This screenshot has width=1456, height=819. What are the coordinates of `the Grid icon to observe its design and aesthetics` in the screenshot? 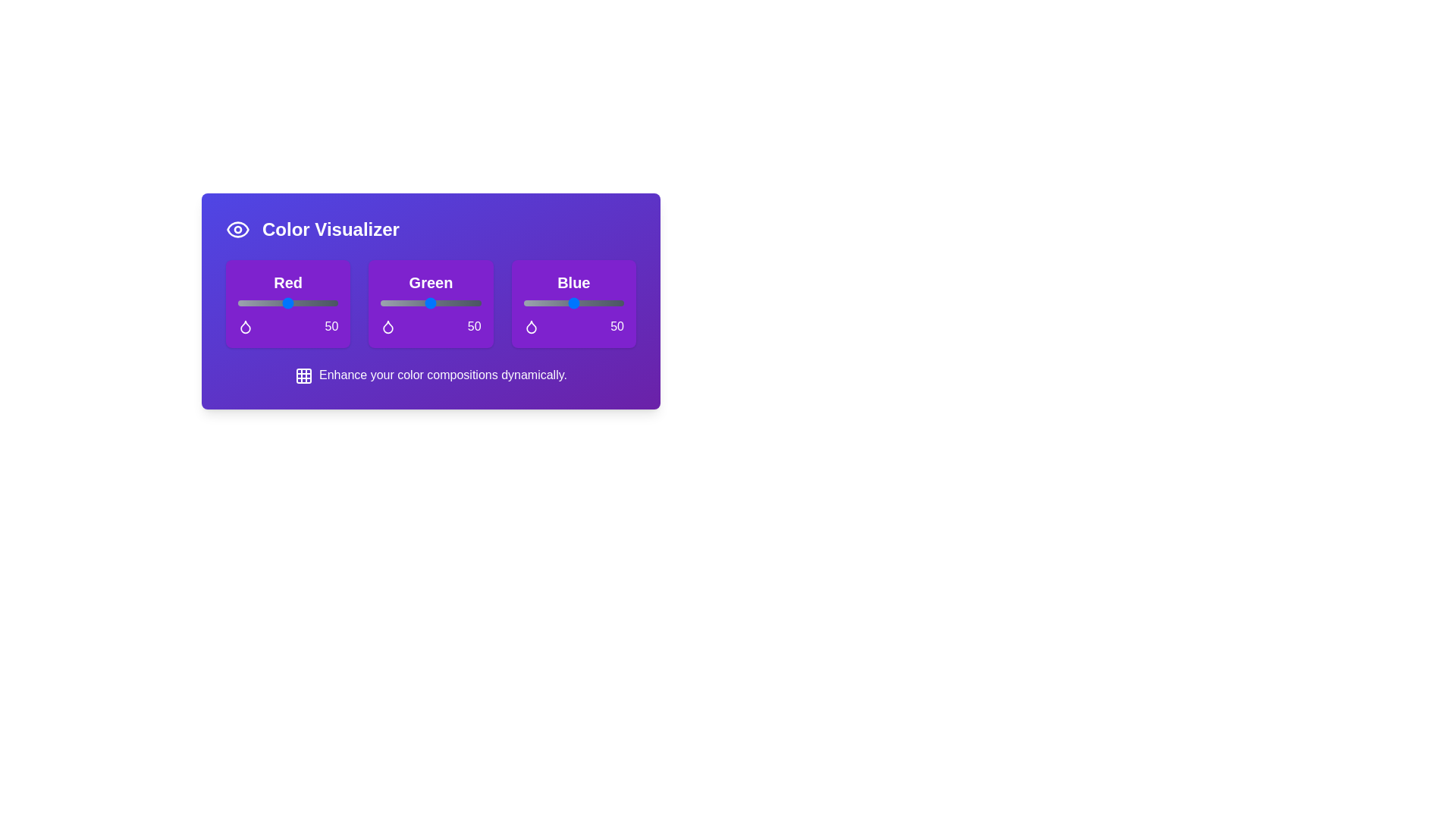 It's located at (303, 375).